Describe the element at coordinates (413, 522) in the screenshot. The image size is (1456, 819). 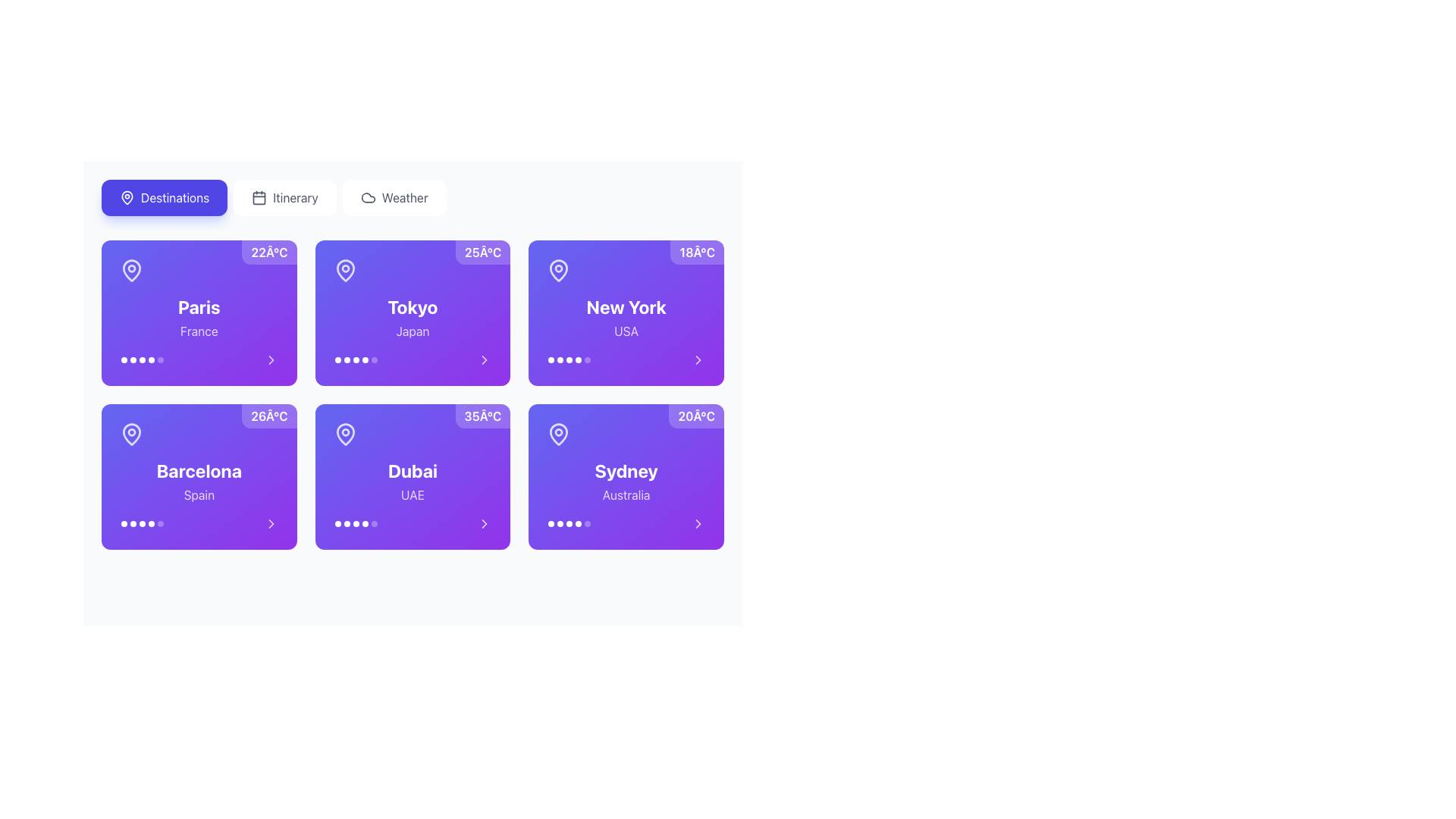
I see `the chevron navigation of the pagination indicator located at the bottom-right corner of the Dubai card to trigger the animation` at that location.